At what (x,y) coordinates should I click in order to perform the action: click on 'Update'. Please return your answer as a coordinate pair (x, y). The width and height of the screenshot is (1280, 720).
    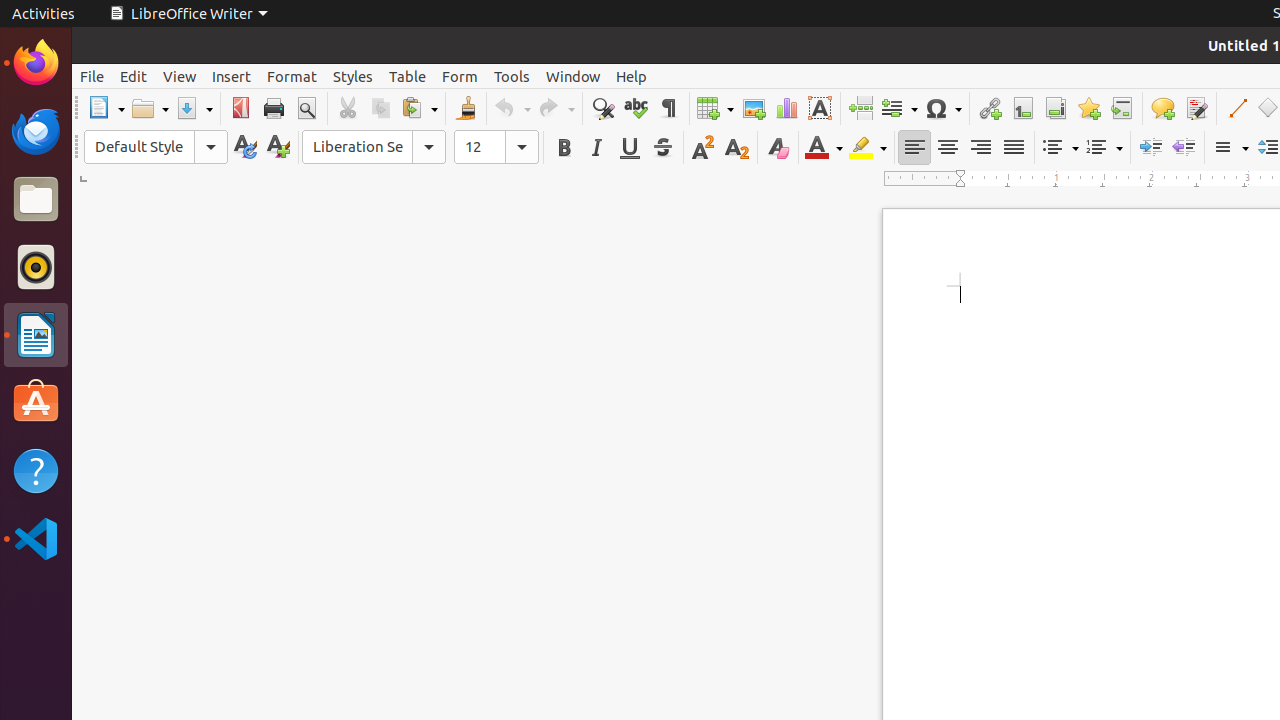
    Looking at the image, I should click on (243, 146).